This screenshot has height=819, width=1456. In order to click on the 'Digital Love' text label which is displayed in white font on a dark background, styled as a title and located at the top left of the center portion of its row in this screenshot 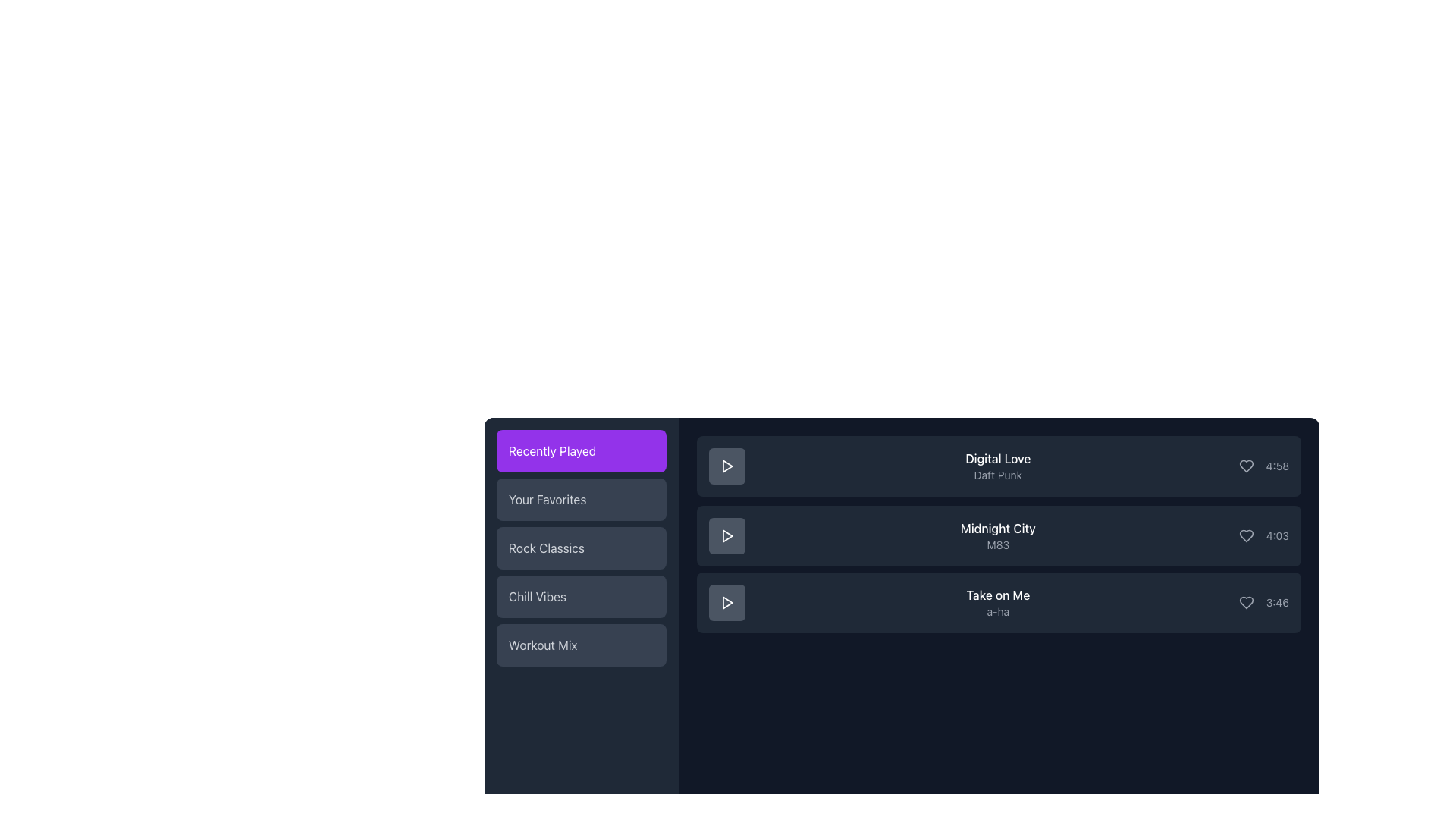, I will do `click(998, 458)`.